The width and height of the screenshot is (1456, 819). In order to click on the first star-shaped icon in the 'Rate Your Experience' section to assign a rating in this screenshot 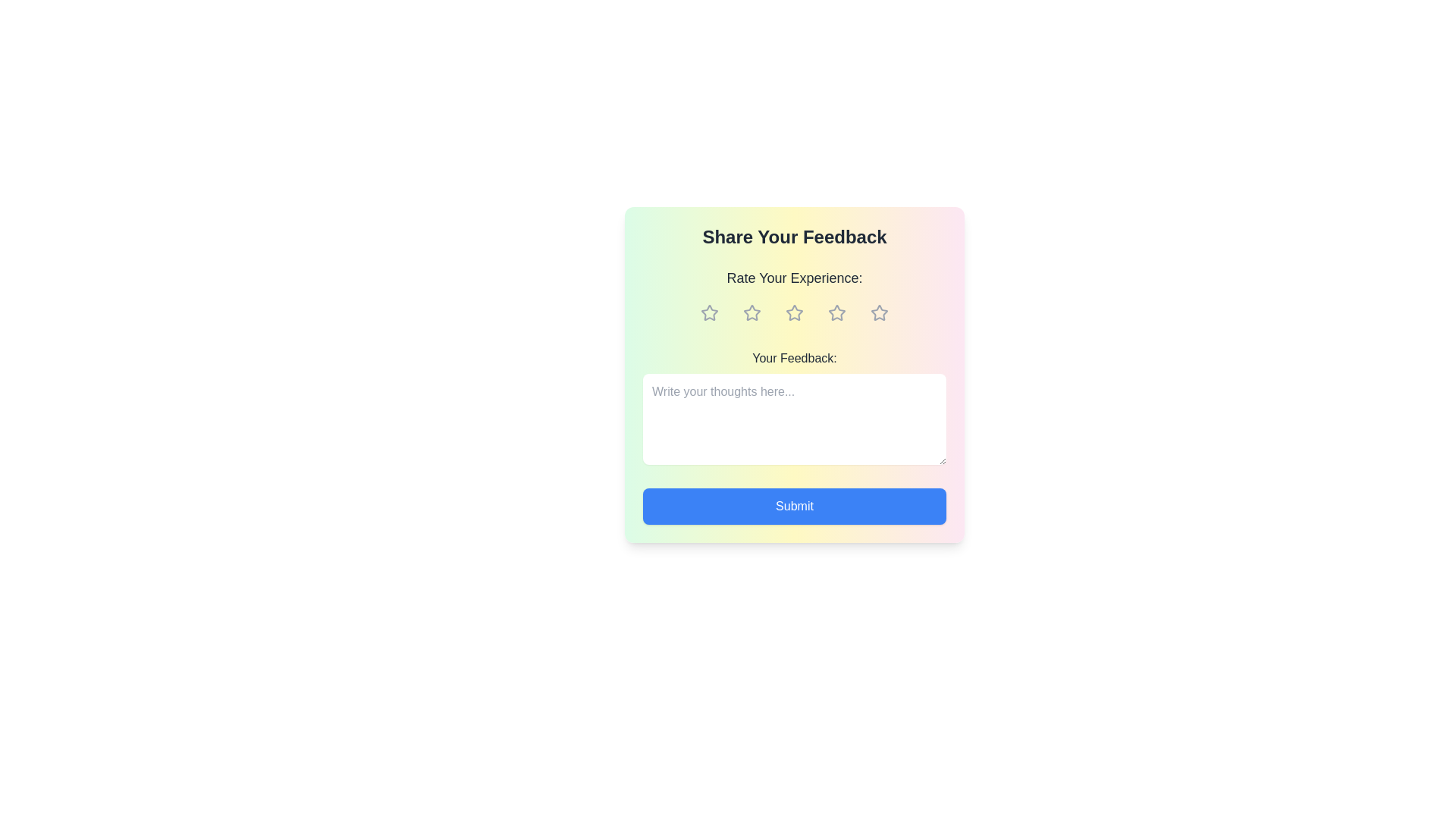, I will do `click(709, 312)`.